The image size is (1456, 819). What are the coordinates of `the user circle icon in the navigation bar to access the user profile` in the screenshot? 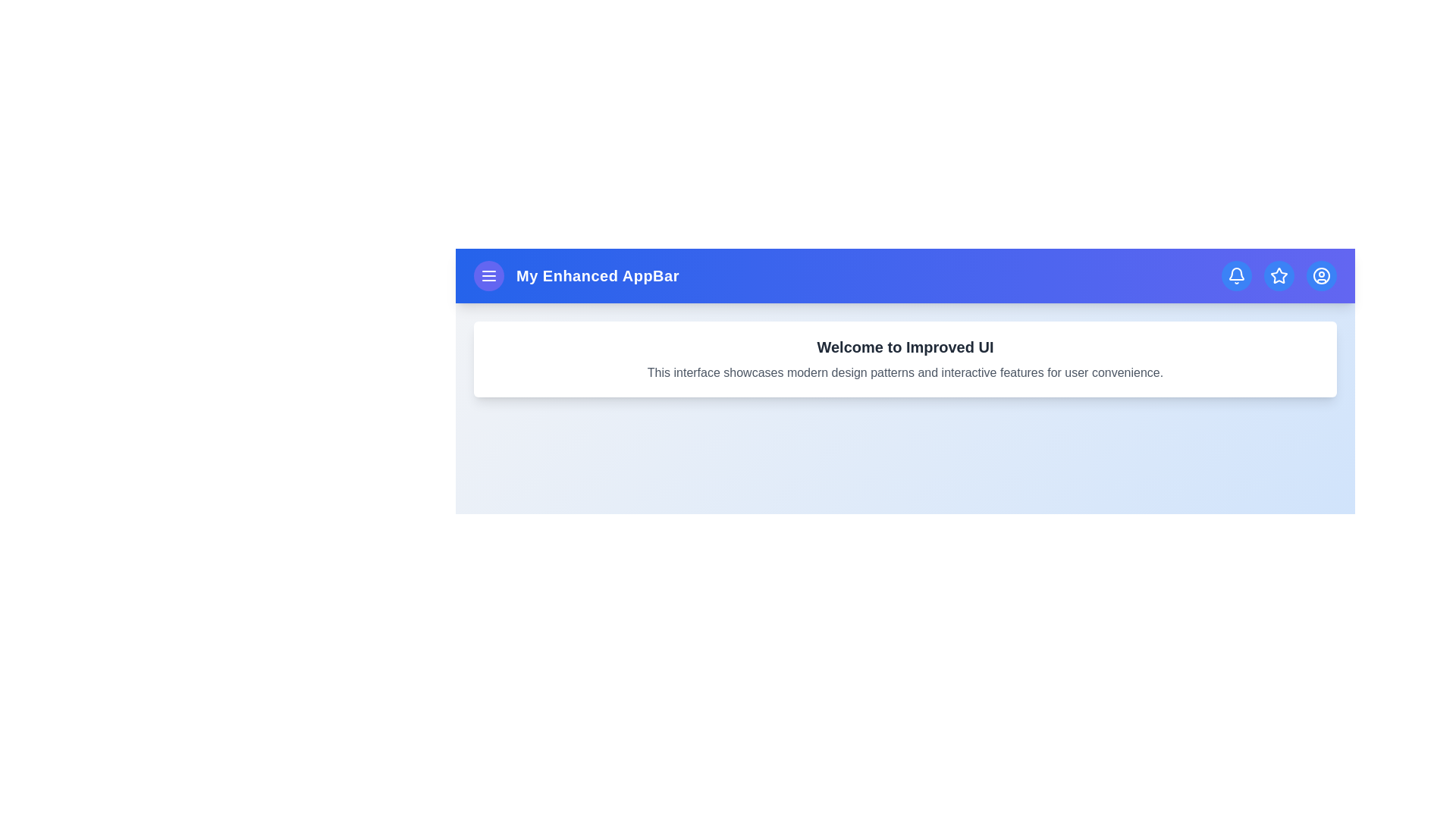 It's located at (1320, 275).